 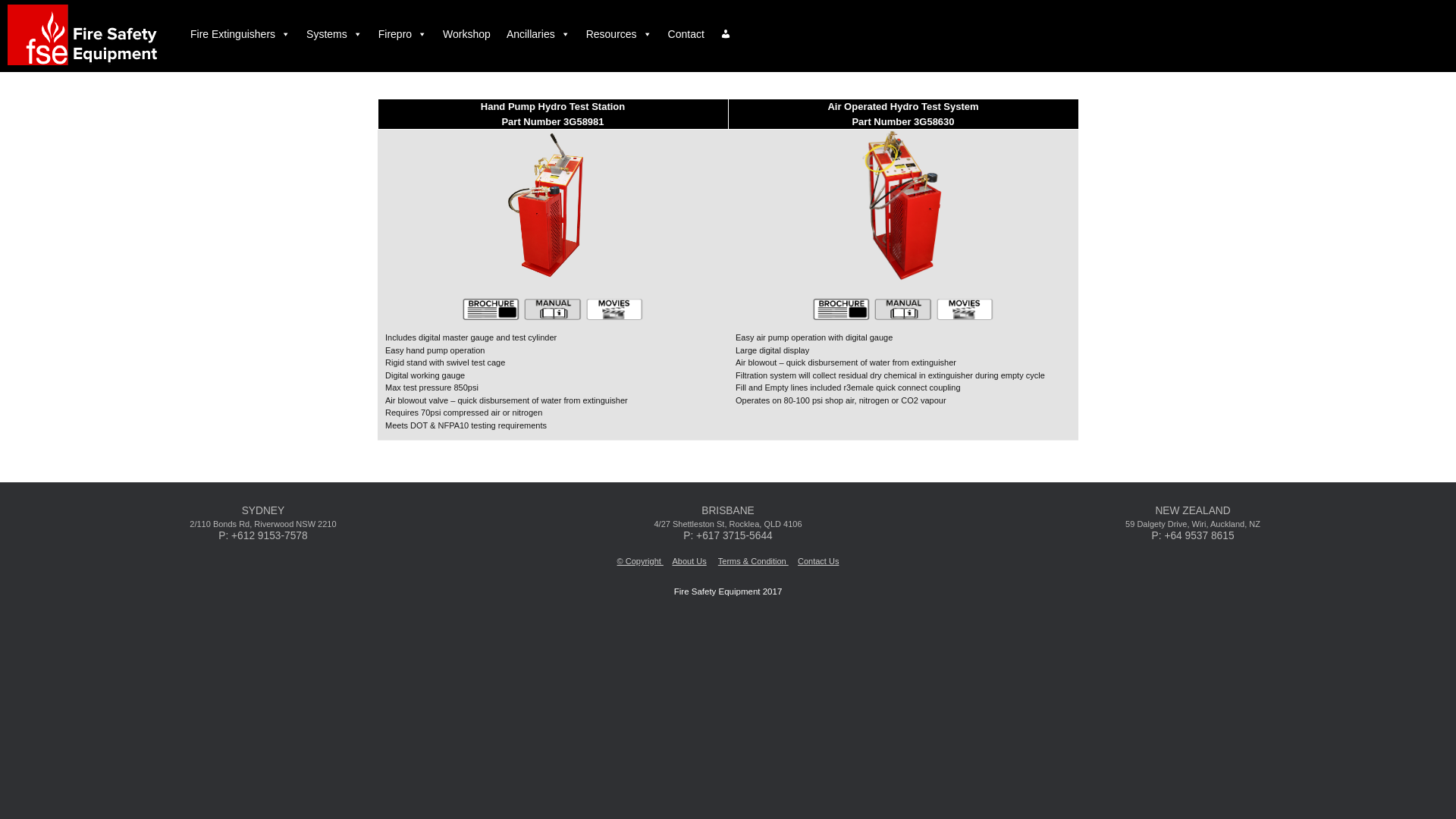 I want to click on 'Contact', so click(x=686, y=34).